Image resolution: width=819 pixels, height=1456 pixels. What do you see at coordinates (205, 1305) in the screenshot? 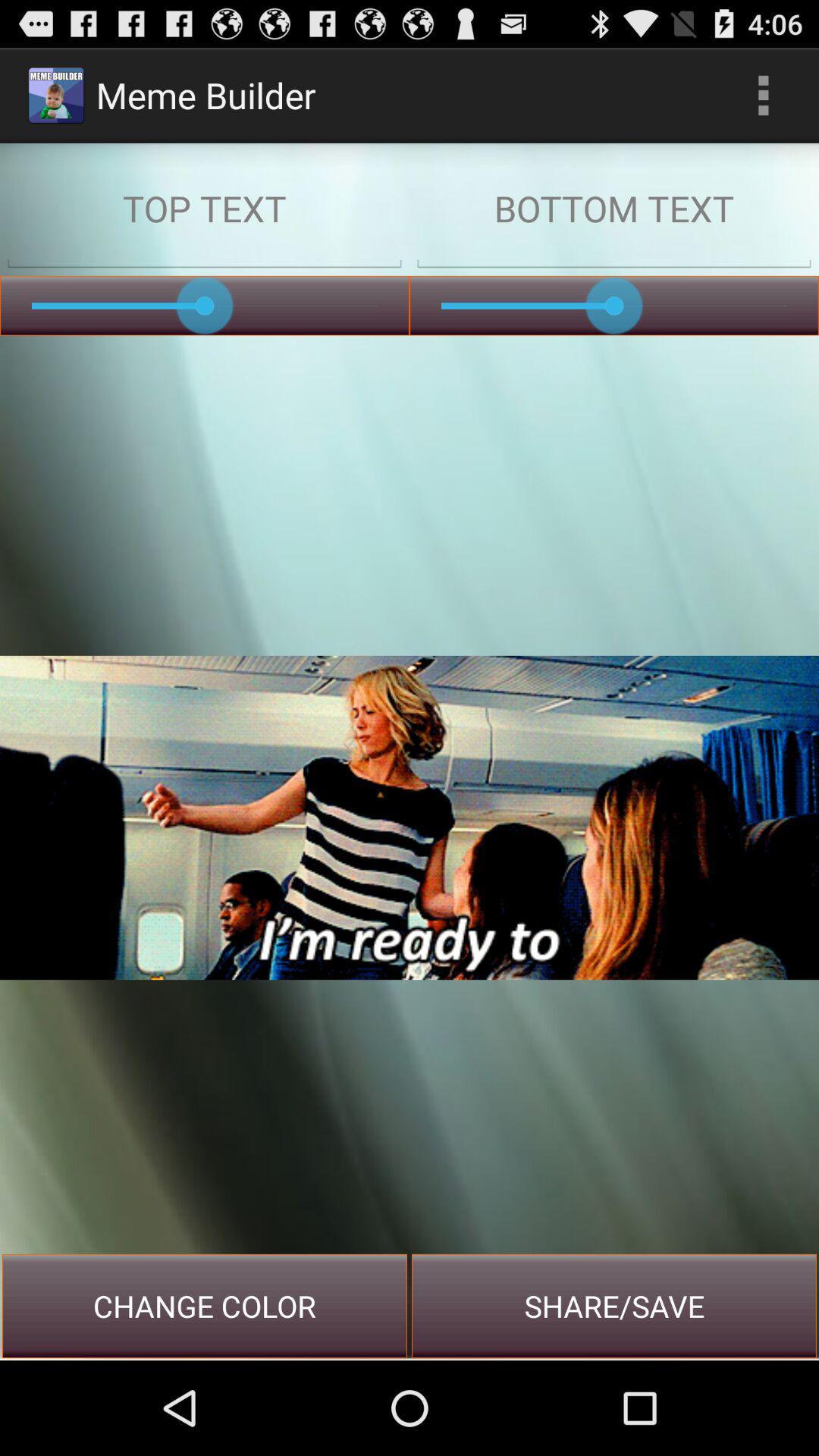
I see `button at the bottom left corner` at bounding box center [205, 1305].